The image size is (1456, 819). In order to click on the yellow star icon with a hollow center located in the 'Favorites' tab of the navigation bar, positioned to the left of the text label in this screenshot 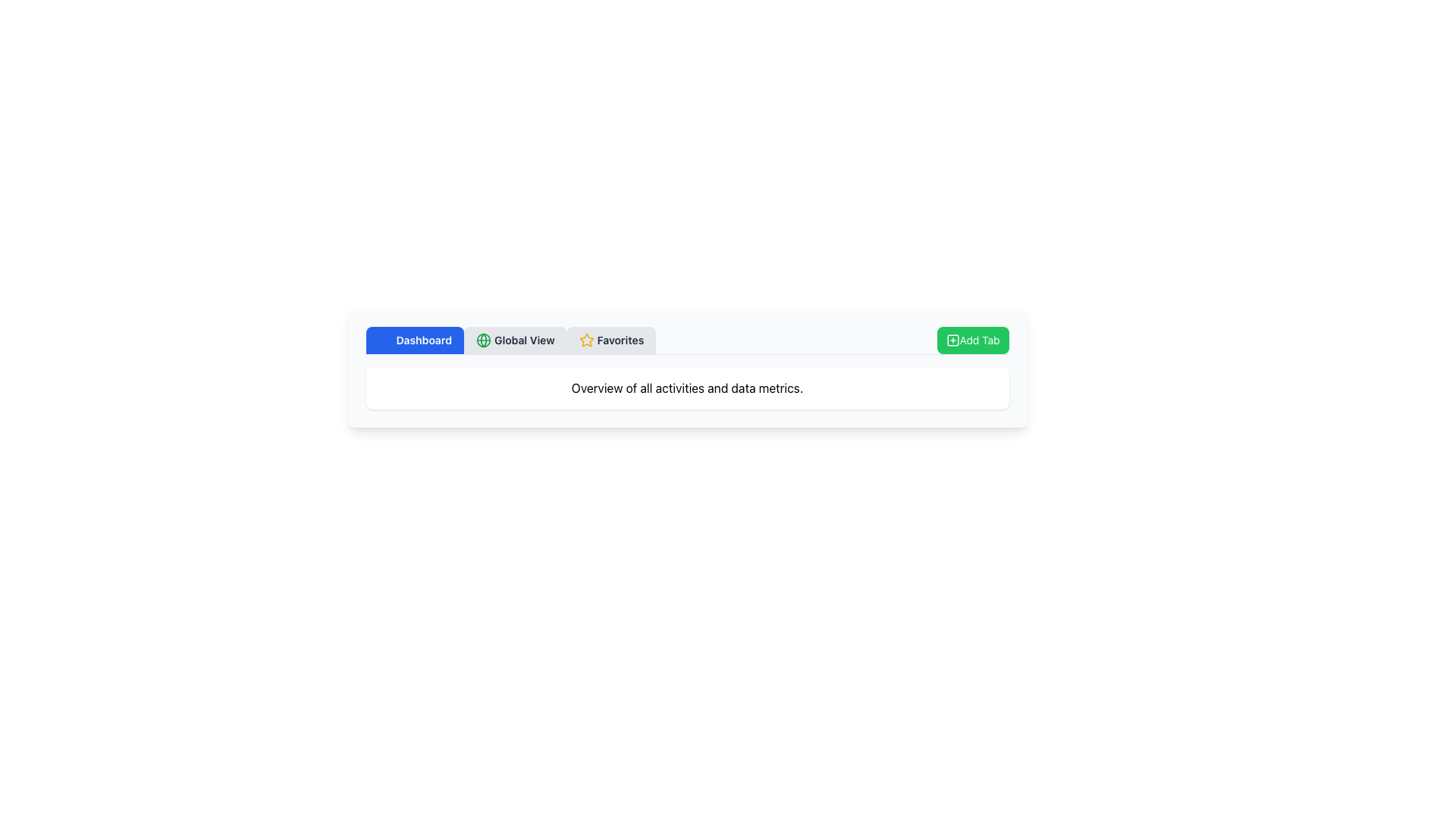, I will do `click(585, 339)`.